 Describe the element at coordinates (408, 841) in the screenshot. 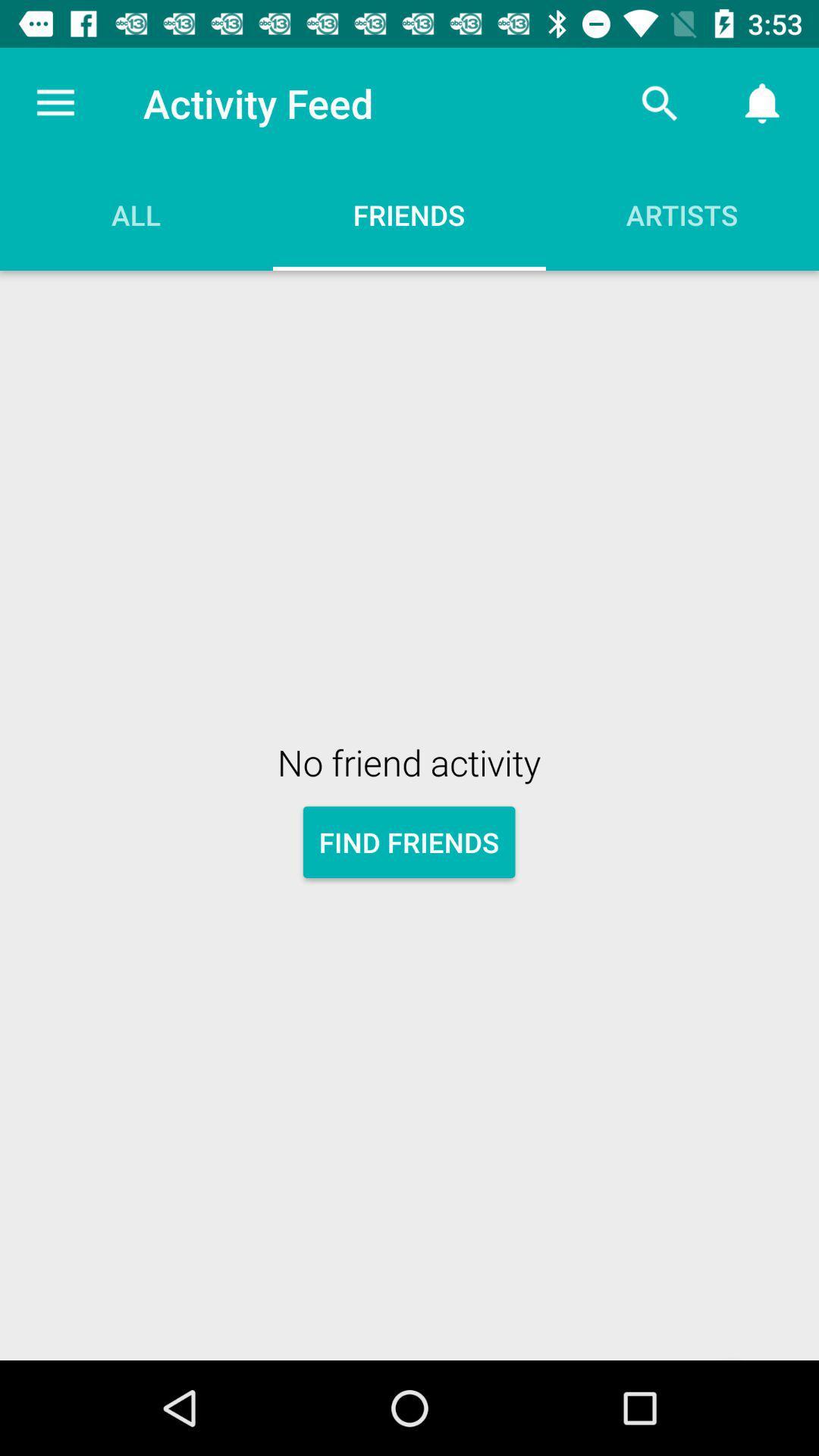

I see `find friends` at that location.